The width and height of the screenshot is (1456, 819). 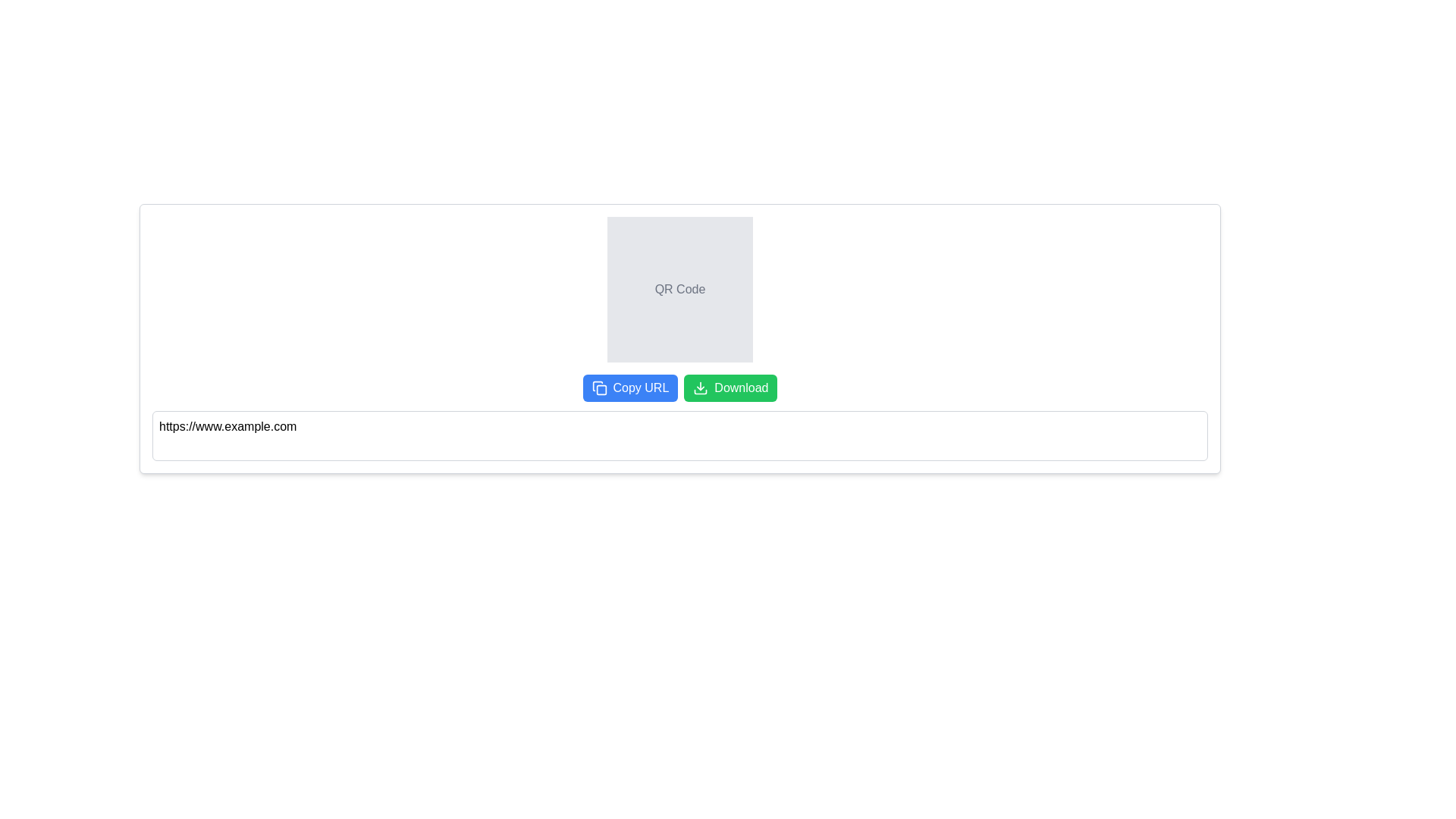 I want to click on the 'Copy URL' button with rounded corners and a blue background, located slightly left of center in the layout, to observe any tooltip or highlight effect, so click(x=630, y=388).